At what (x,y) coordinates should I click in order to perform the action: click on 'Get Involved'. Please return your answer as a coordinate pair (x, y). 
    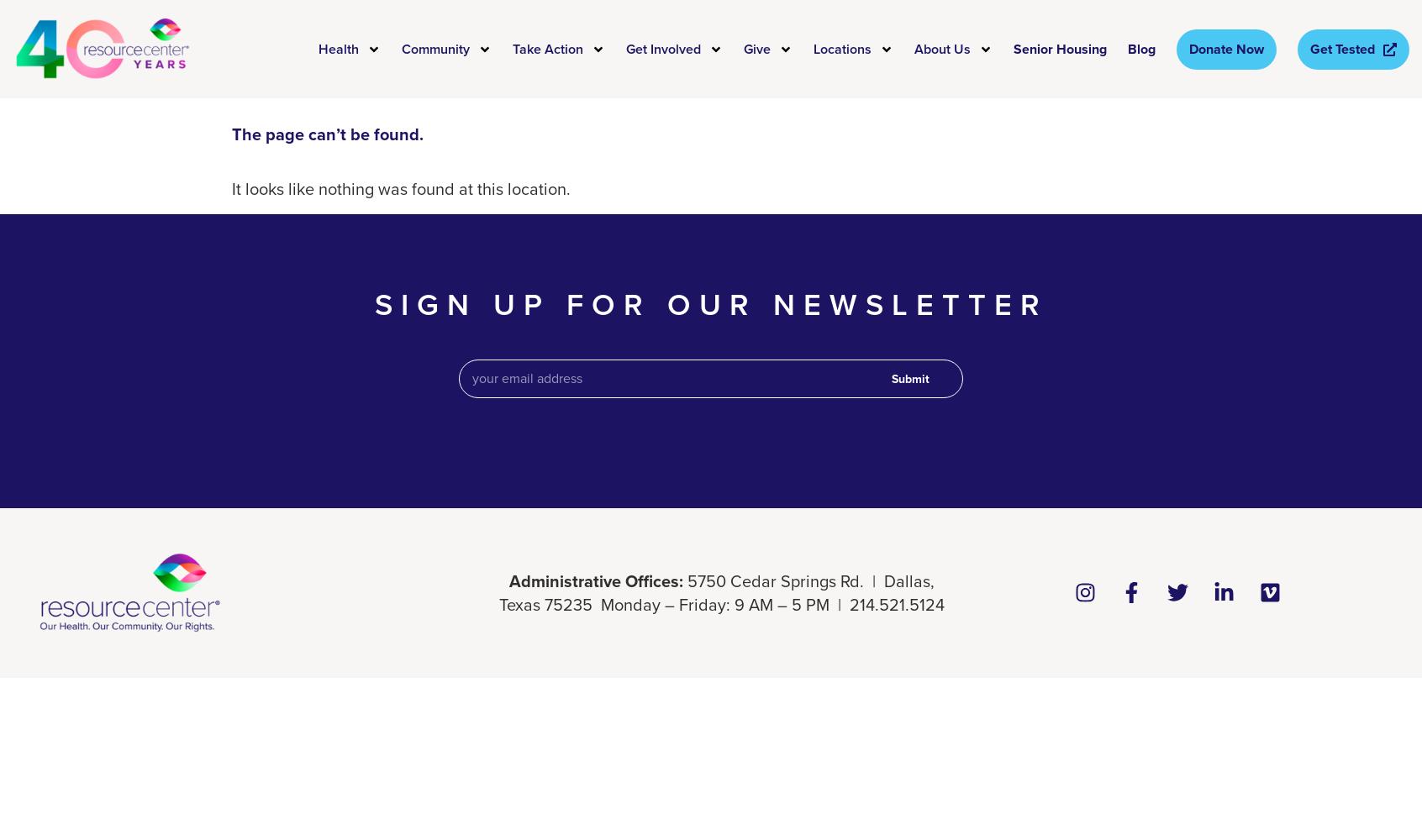
    Looking at the image, I should click on (663, 48).